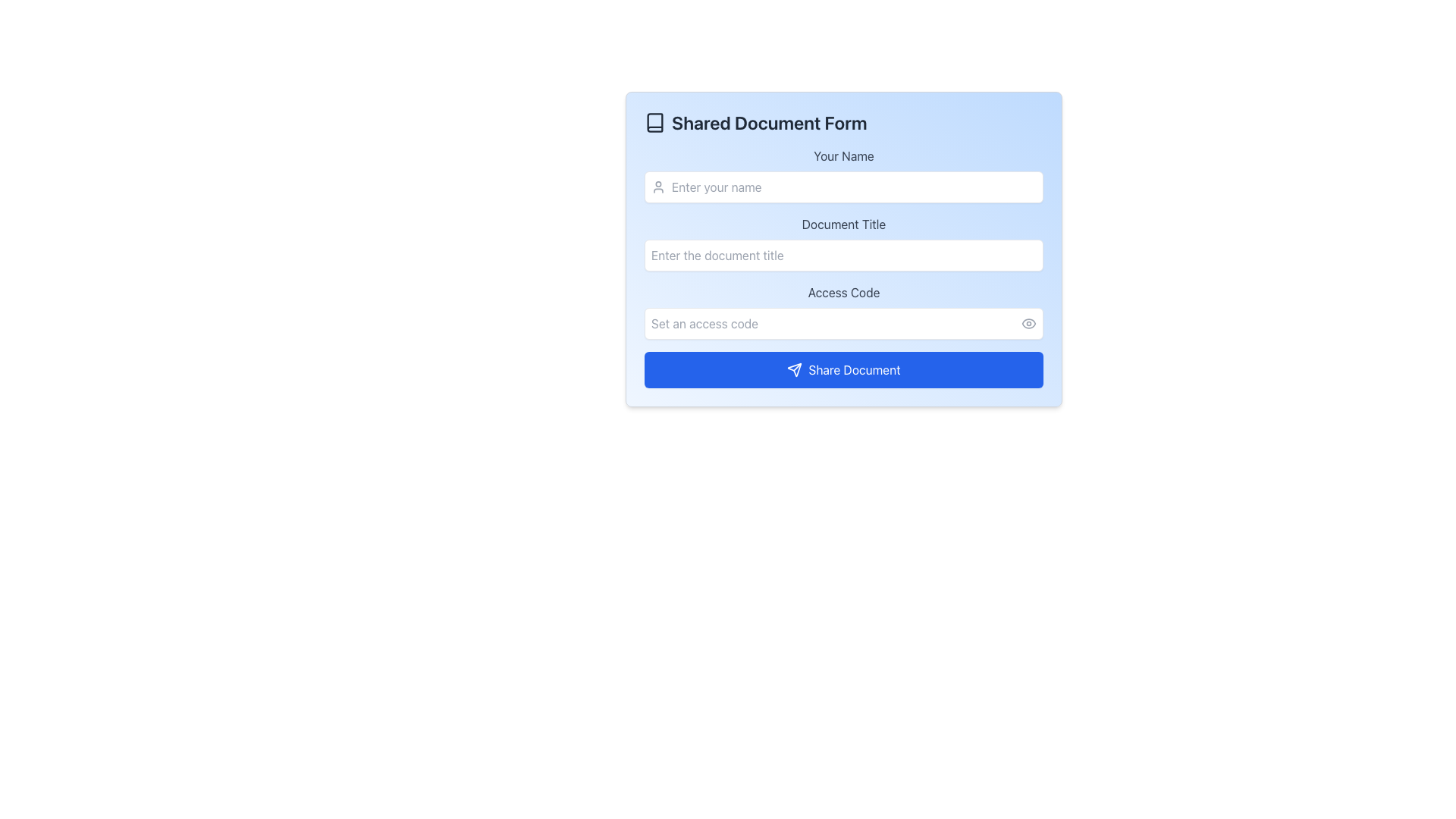 This screenshot has height=819, width=1456. What do you see at coordinates (843, 267) in the screenshot?
I see `the 'Document Title' input field in the form` at bounding box center [843, 267].